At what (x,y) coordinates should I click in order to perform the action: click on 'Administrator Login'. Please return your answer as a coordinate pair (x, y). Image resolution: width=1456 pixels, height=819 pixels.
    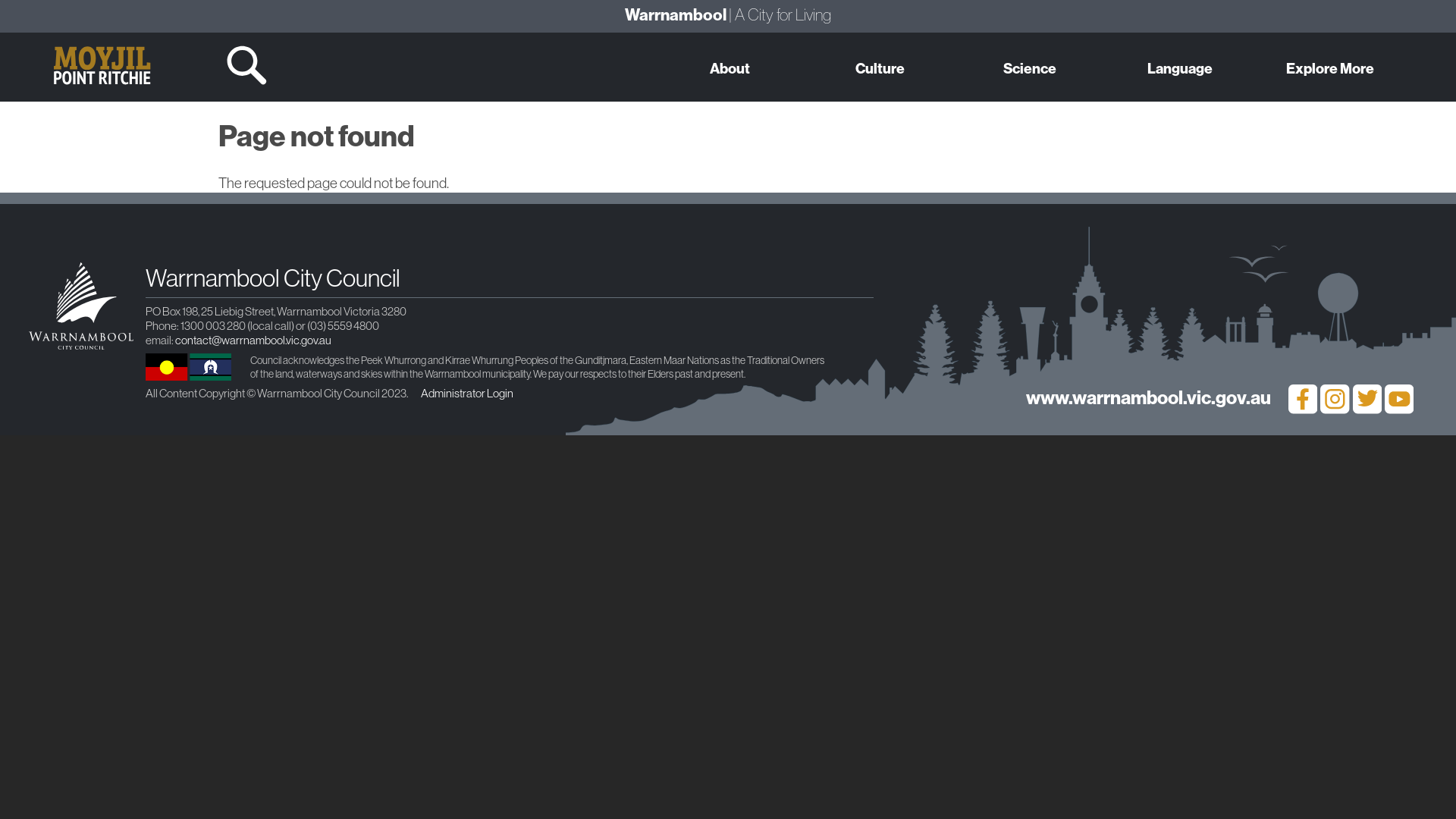
    Looking at the image, I should click on (466, 392).